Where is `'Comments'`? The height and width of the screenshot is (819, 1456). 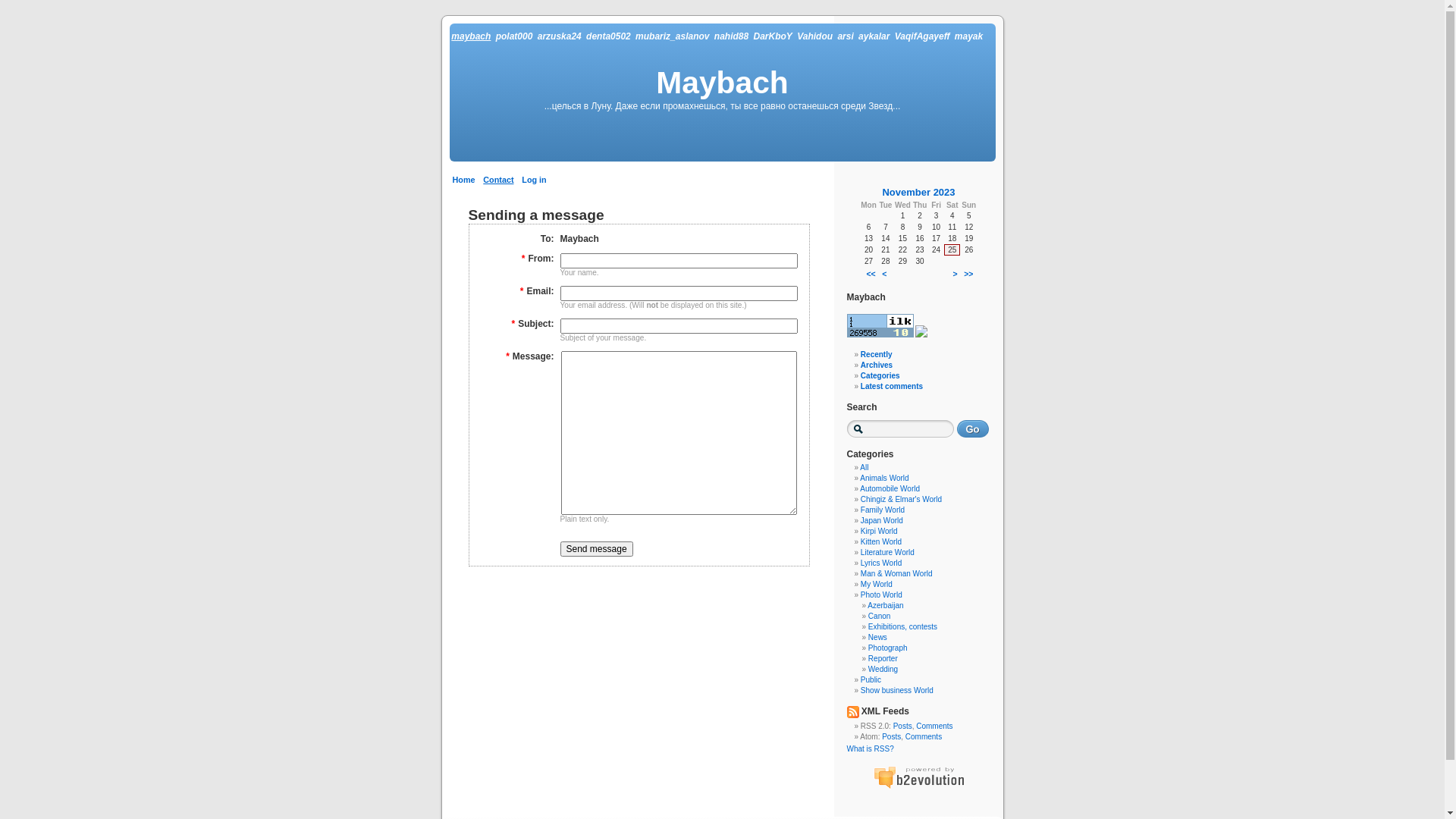
'Comments' is located at coordinates (923, 736).